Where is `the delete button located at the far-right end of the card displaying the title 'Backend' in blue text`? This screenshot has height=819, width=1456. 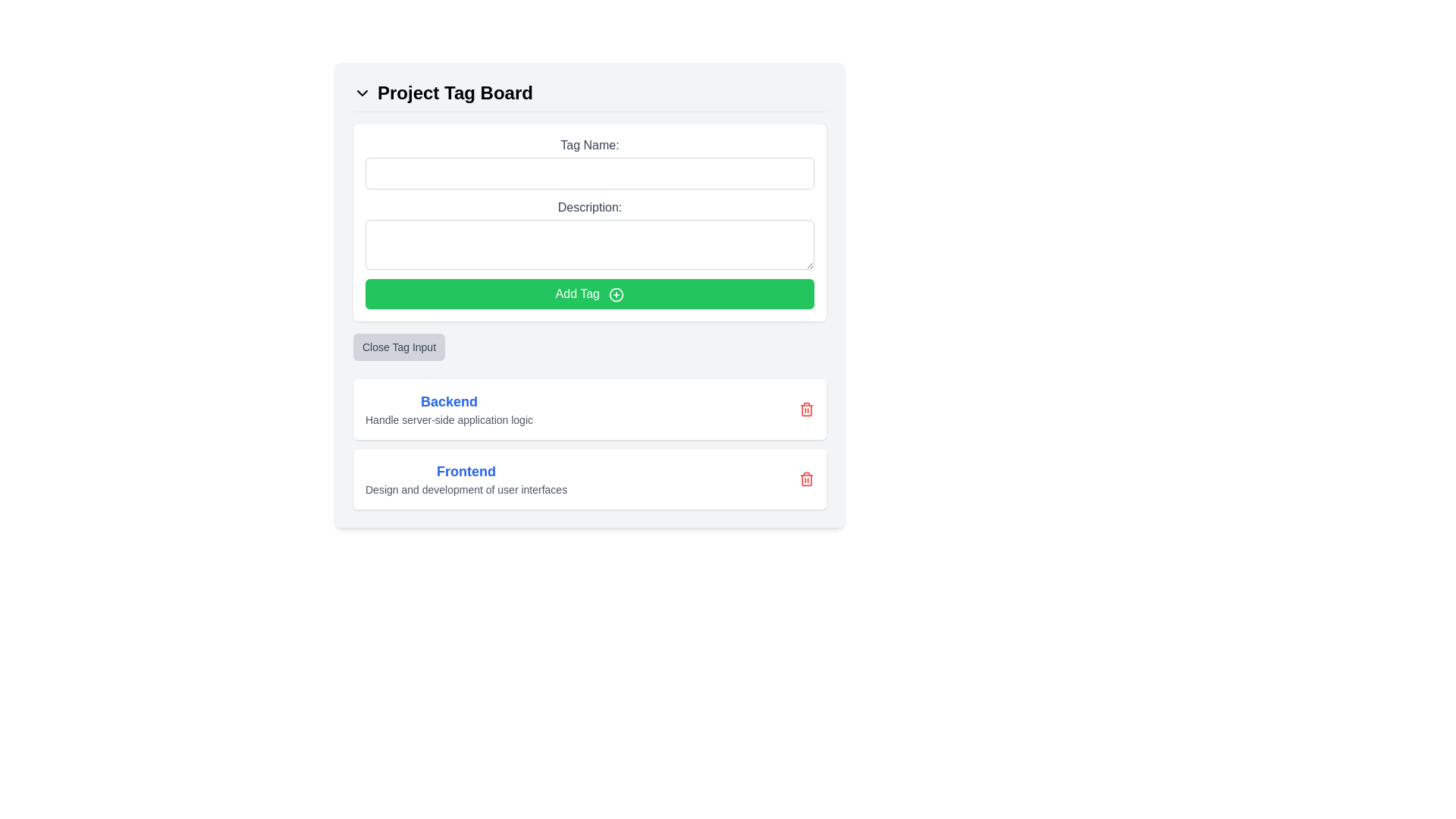 the delete button located at the far-right end of the card displaying the title 'Backend' in blue text is located at coordinates (806, 409).